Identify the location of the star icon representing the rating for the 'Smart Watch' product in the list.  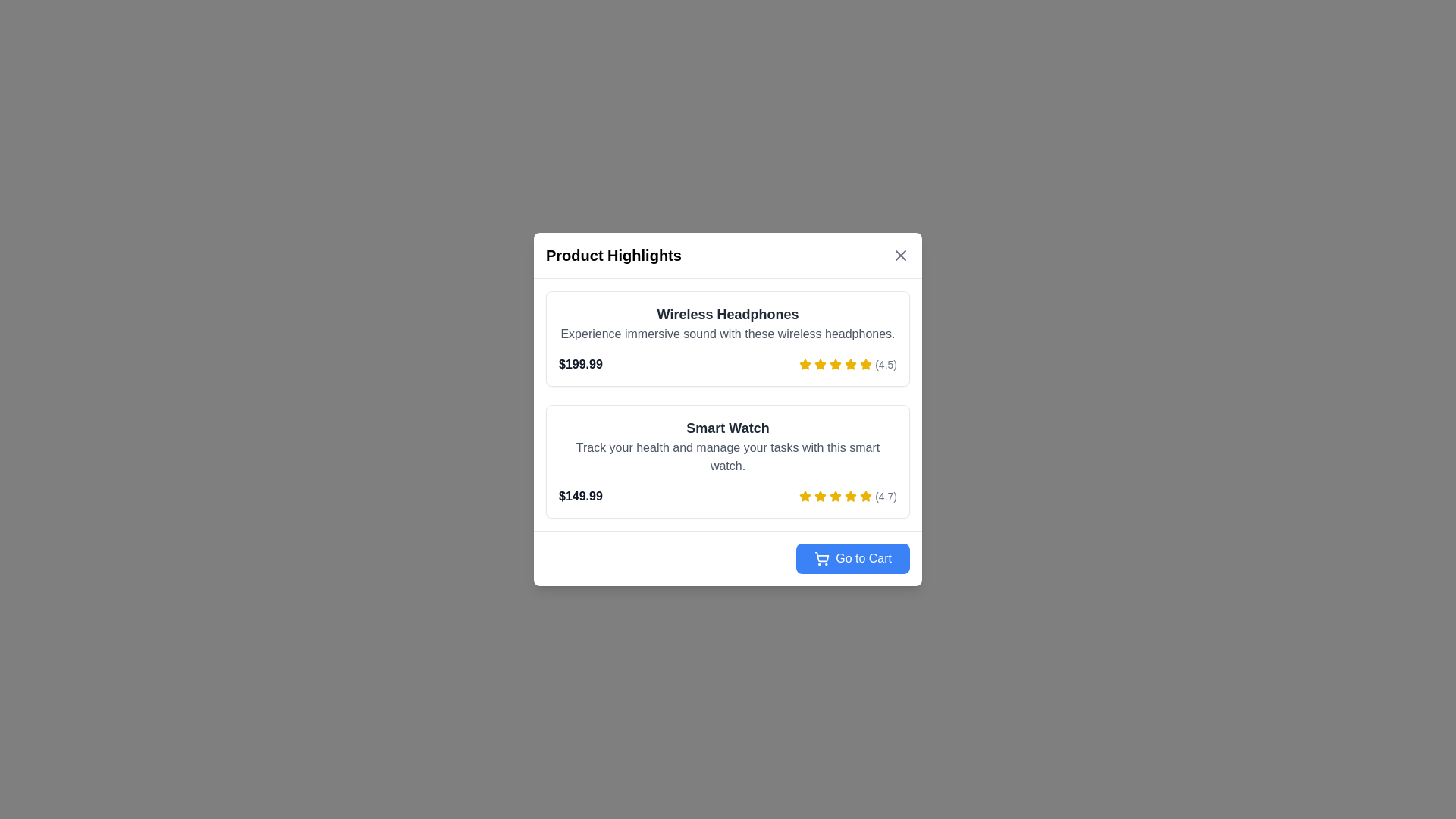
(820, 496).